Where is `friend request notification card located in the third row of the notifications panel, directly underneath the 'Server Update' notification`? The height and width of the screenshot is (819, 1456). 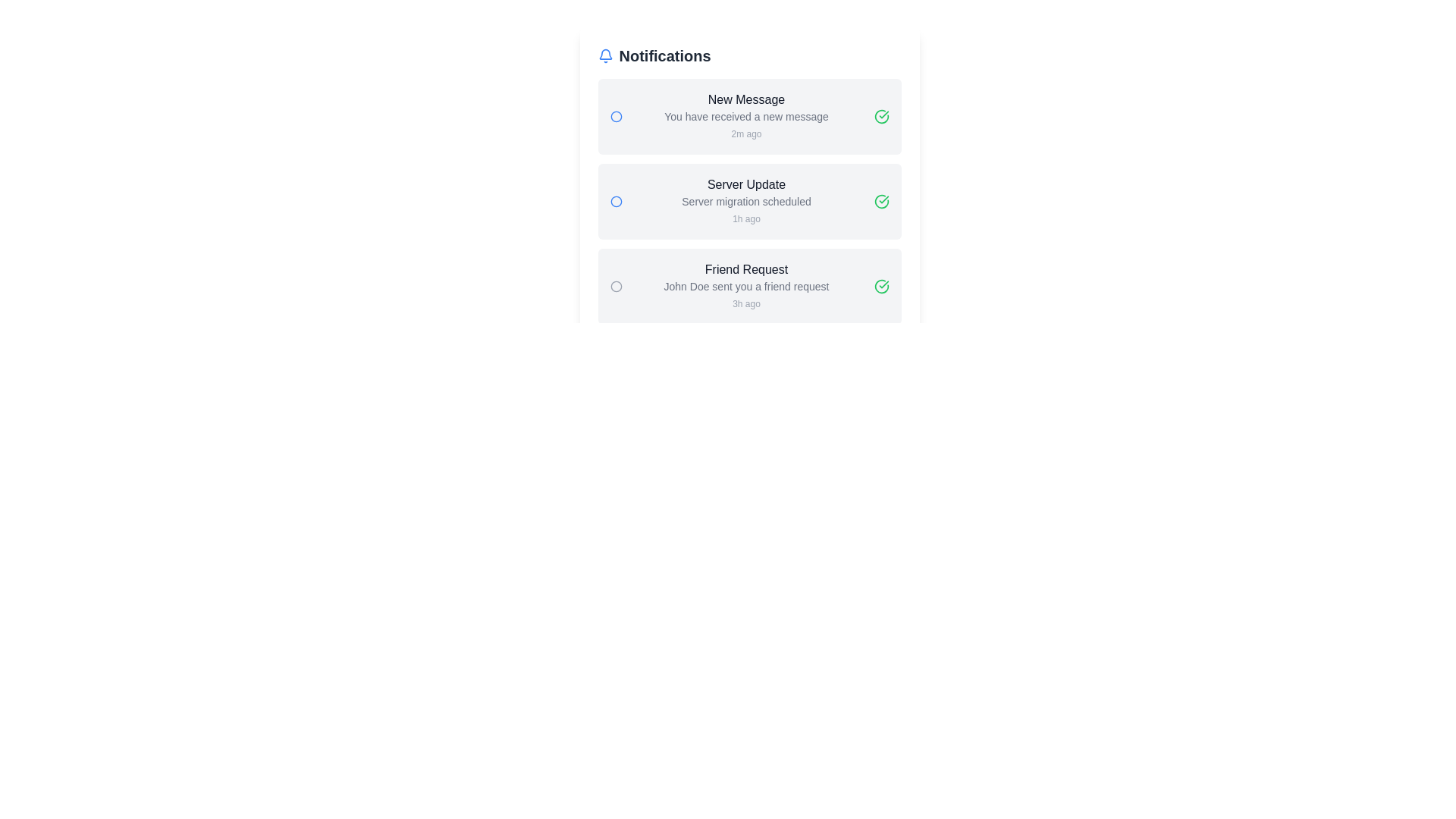 friend request notification card located in the third row of the notifications panel, directly underneath the 'Server Update' notification is located at coordinates (746, 287).